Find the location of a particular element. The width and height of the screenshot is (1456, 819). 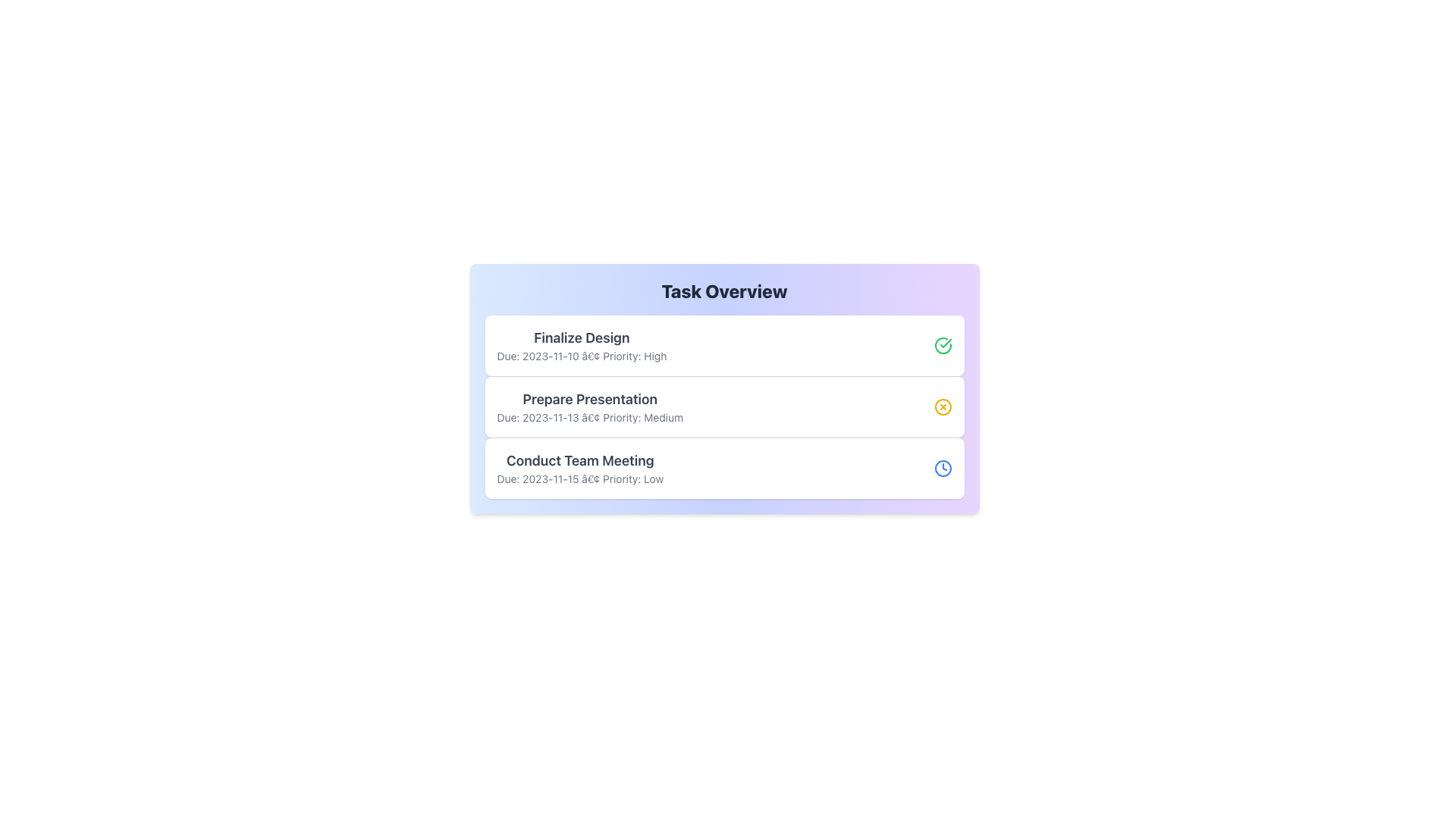

the non-interactive text element that provides secondary information about the task, specifying the due date and priority level of 'High,' located below the task title 'Finalize Design.' is located at coordinates (581, 356).